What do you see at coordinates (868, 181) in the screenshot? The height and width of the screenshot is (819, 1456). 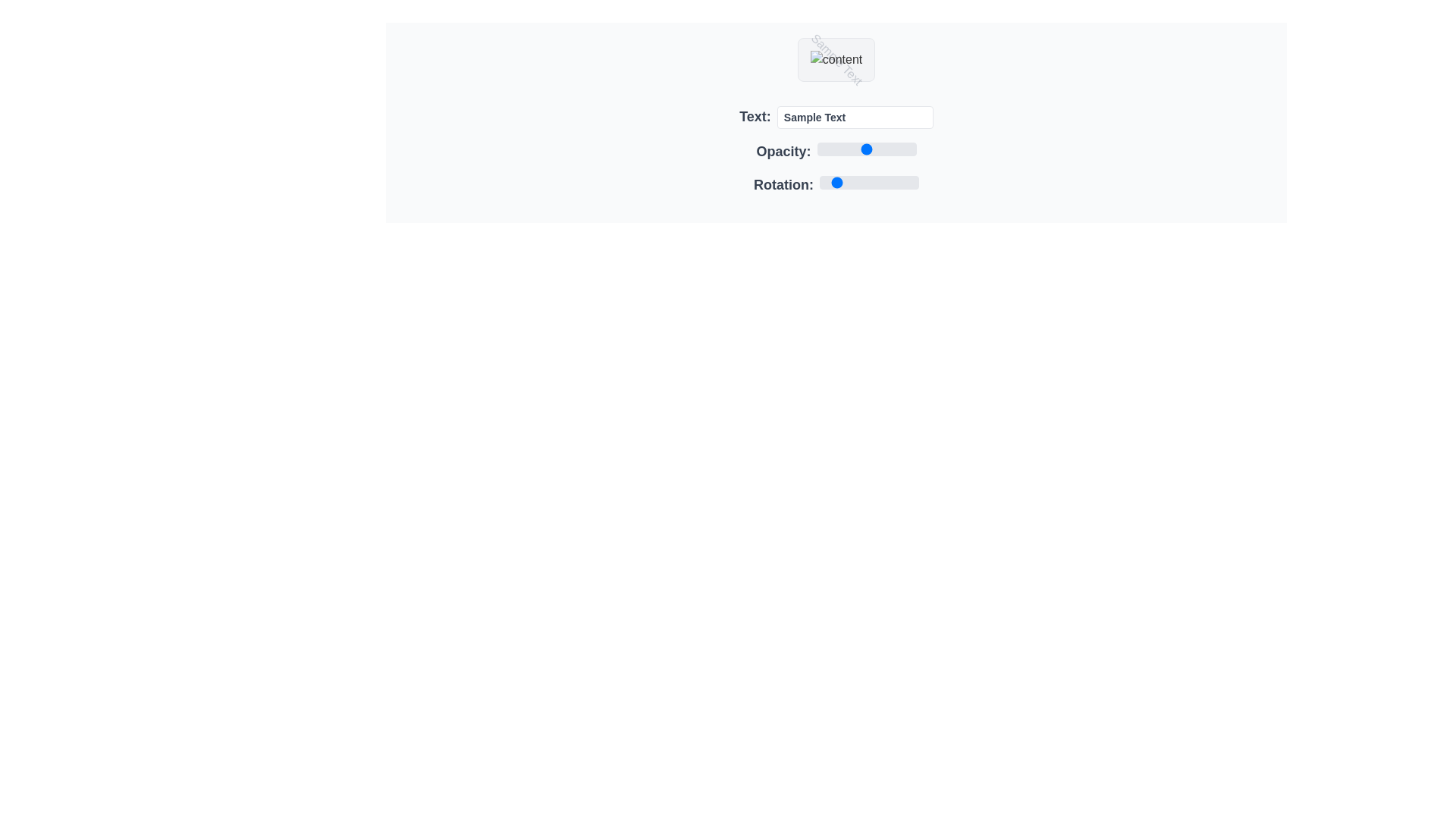 I see `the rotation slider` at bounding box center [868, 181].